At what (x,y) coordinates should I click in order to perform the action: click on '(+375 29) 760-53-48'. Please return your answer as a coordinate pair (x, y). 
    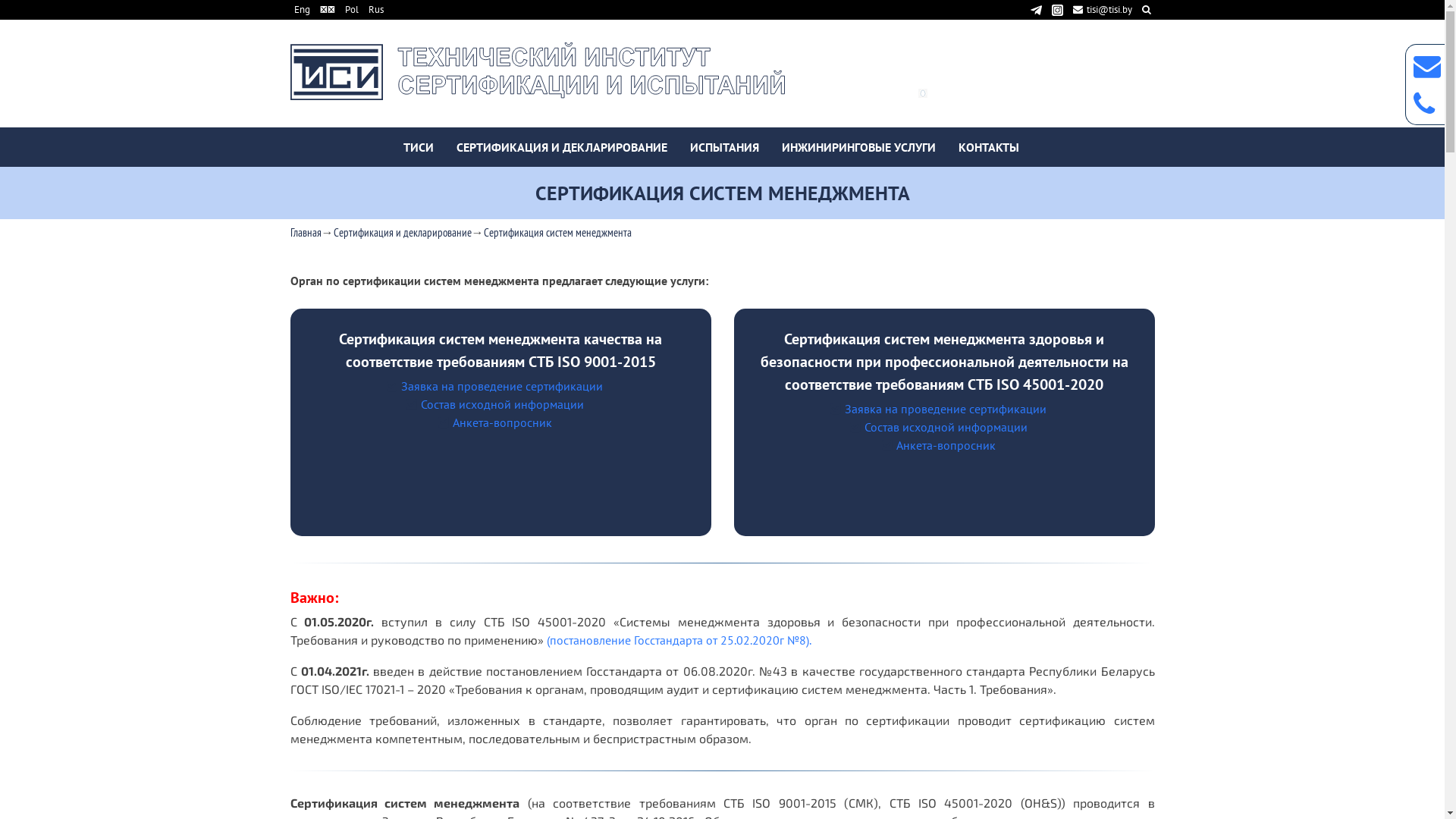
    Looking at the image, I should click on (986, 90).